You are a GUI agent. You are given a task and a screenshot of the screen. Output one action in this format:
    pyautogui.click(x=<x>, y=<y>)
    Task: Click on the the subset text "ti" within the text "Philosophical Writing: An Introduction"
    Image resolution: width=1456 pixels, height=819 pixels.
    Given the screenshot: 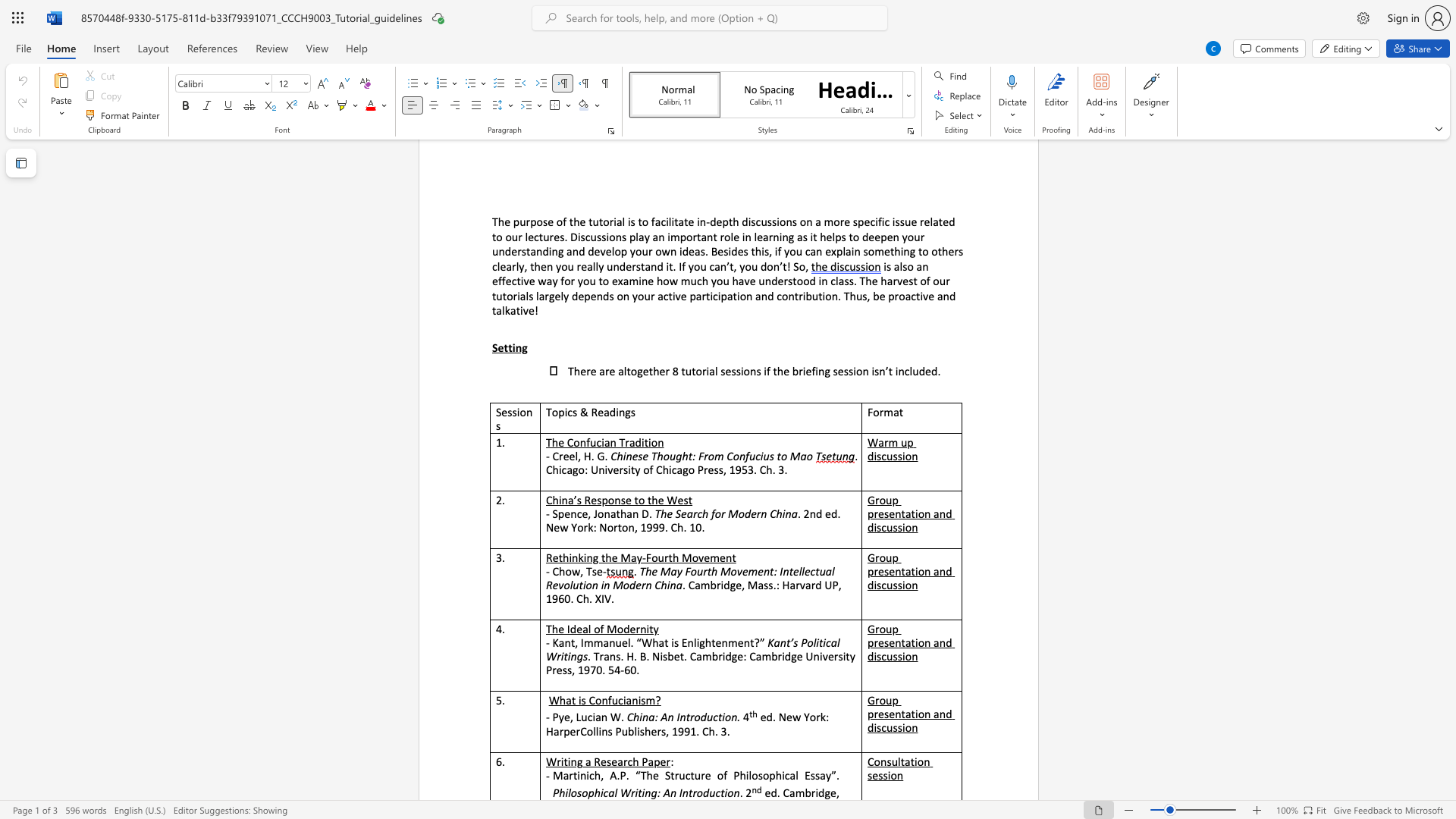 What is the action you would take?
    pyautogui.click(x=638, y=792)
    